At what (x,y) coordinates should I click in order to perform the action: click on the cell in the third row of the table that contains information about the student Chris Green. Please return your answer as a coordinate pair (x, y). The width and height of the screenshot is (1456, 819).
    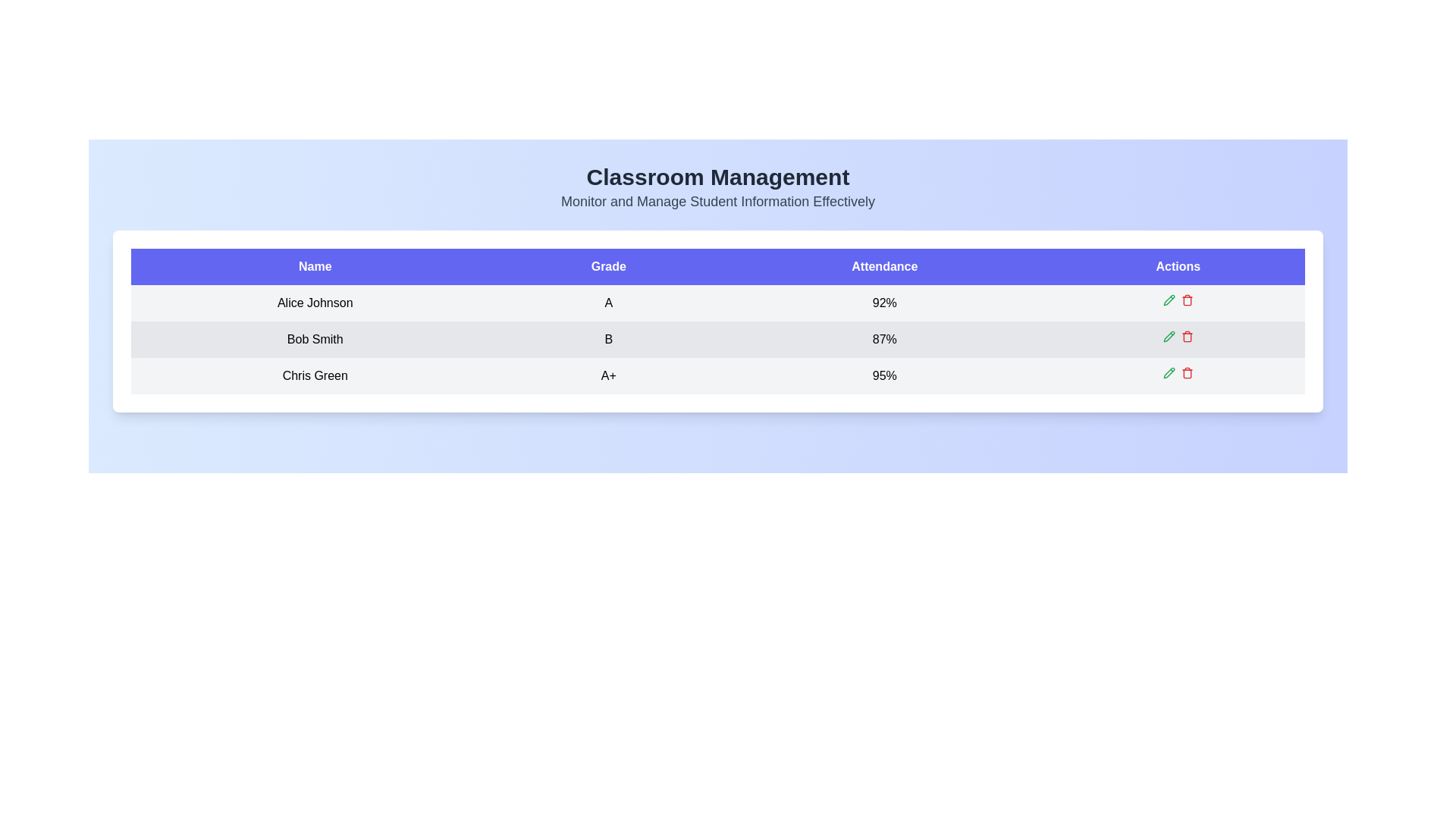
    Looking at the image, I should click on (717, 375).